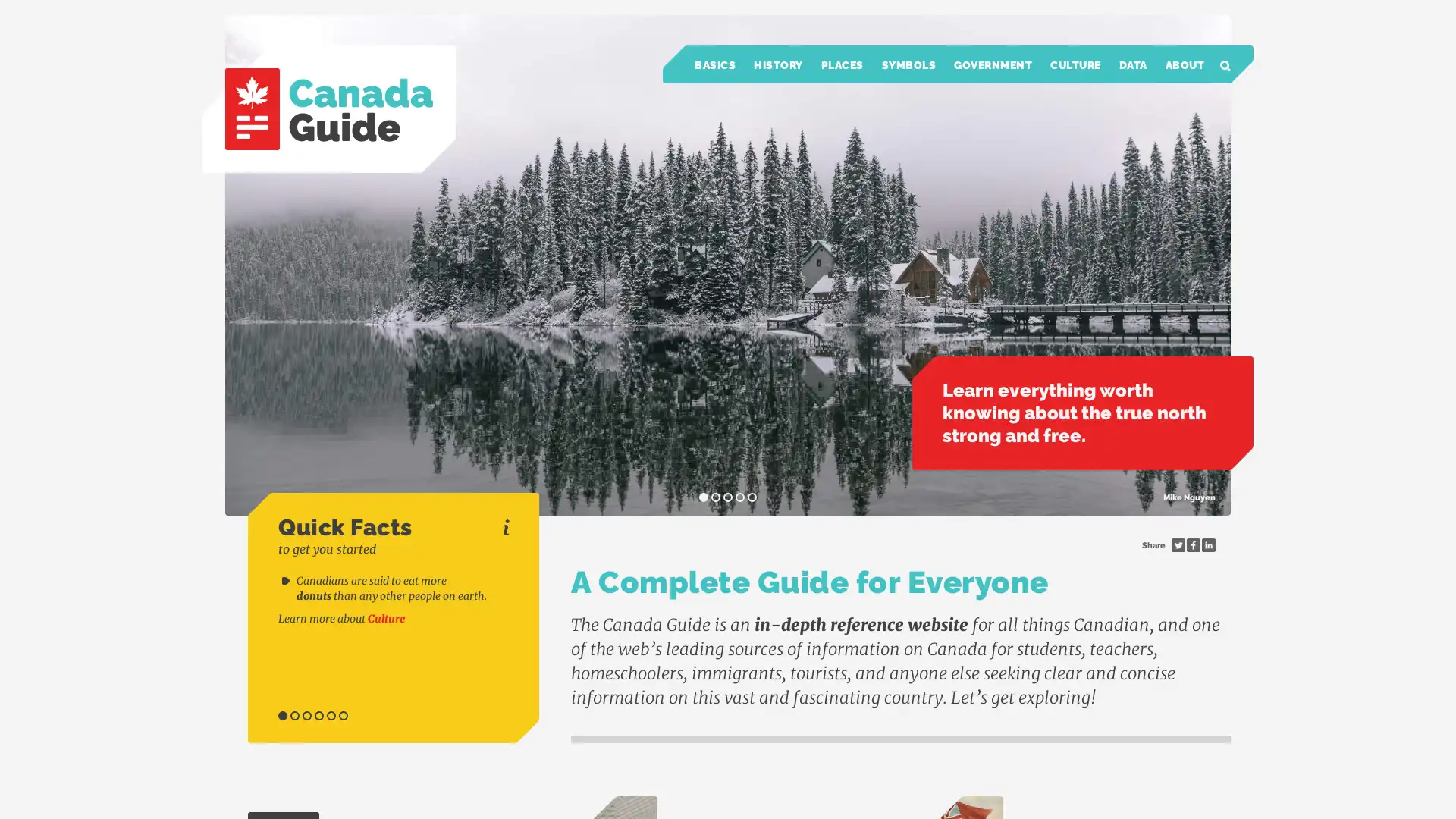 Image resolution: width=1456 pixels, height=819 pixels. I want to click on Go to slide 4, so click(318, 716).